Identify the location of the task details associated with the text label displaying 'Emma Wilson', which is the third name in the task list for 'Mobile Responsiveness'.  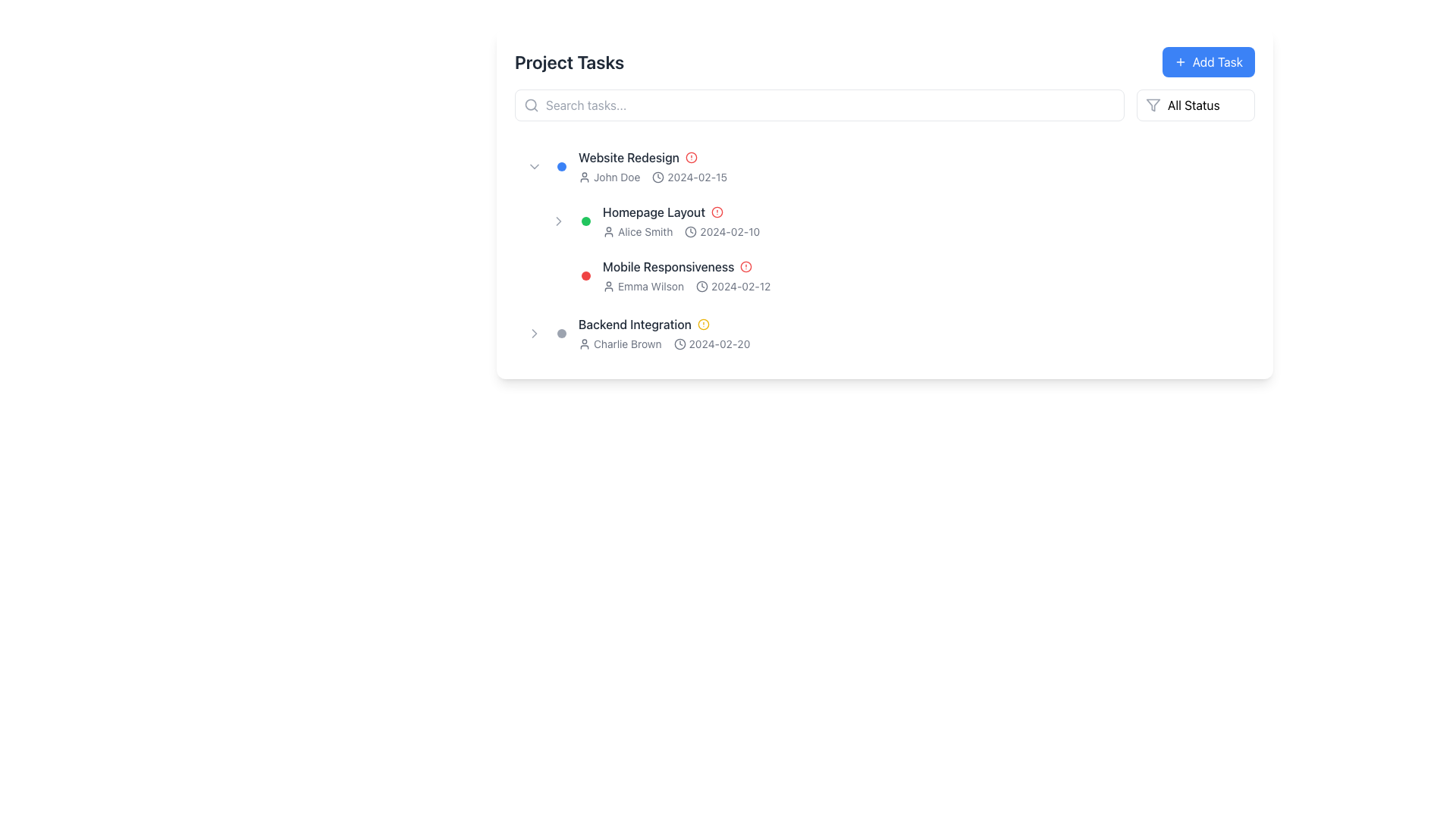
(651, 287).